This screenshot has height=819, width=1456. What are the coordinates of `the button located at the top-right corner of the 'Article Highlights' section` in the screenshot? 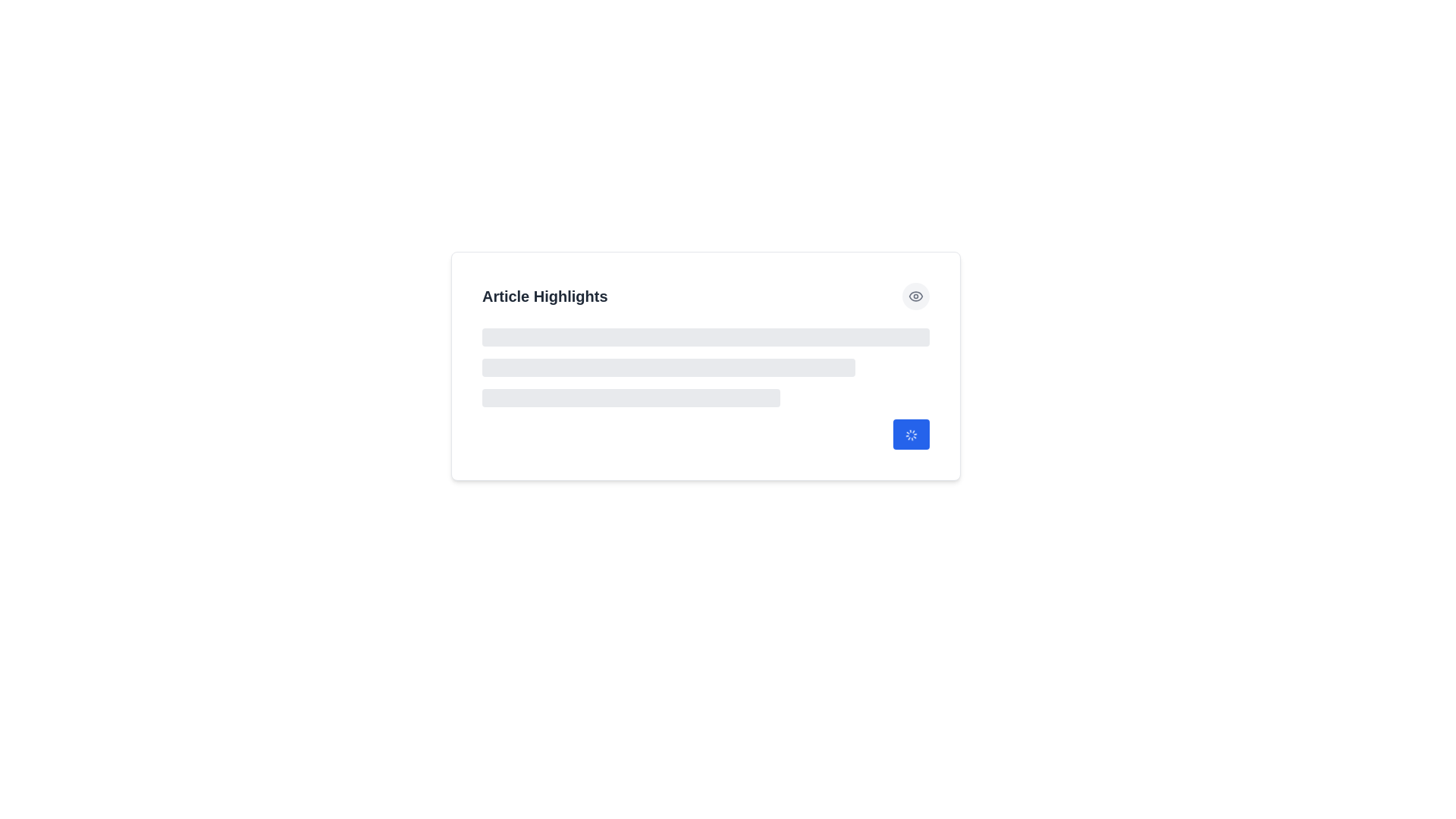 It's located at (915, 296).